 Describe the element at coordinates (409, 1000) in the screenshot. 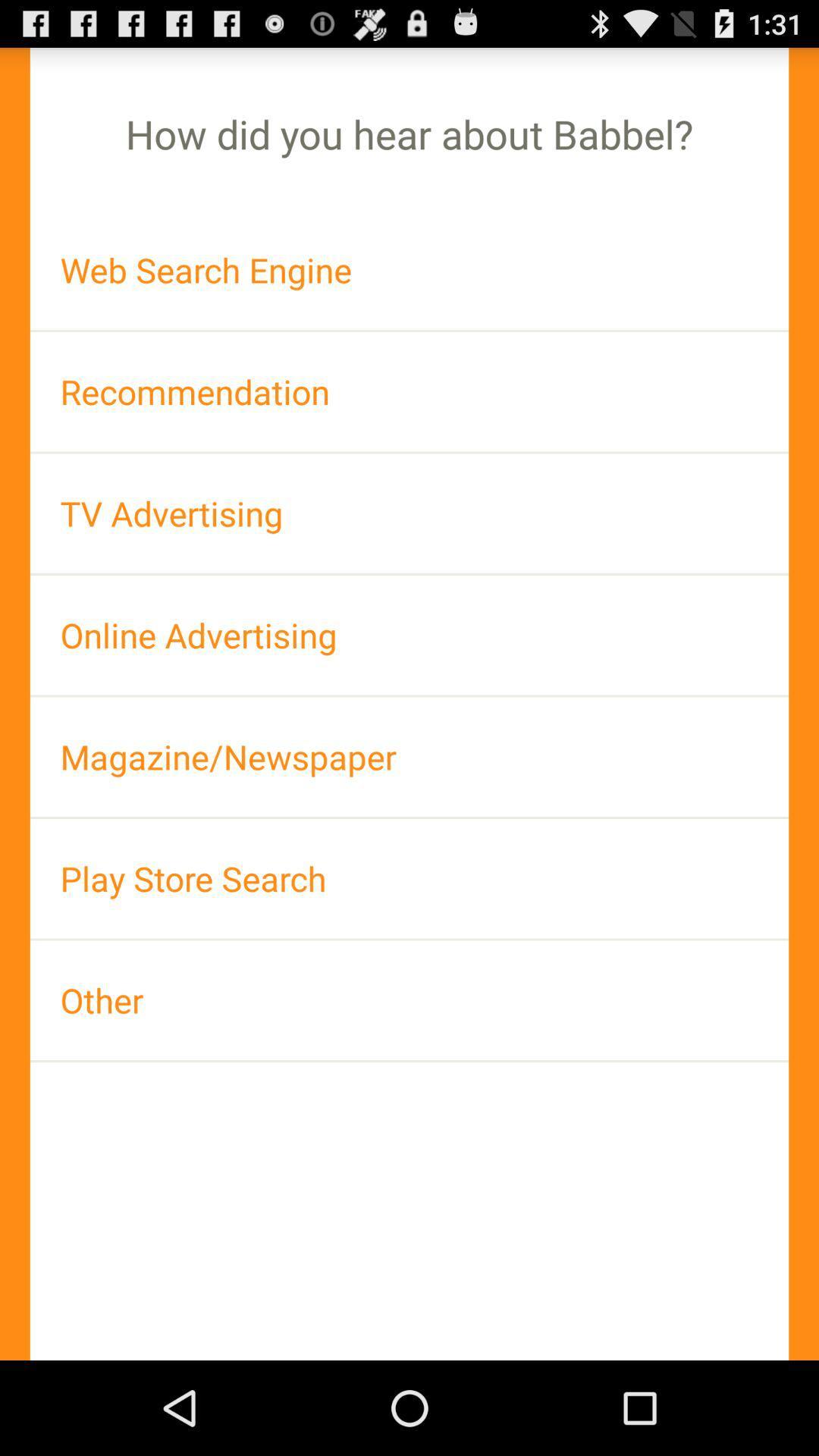

I see `the other at the bottom` at that location.